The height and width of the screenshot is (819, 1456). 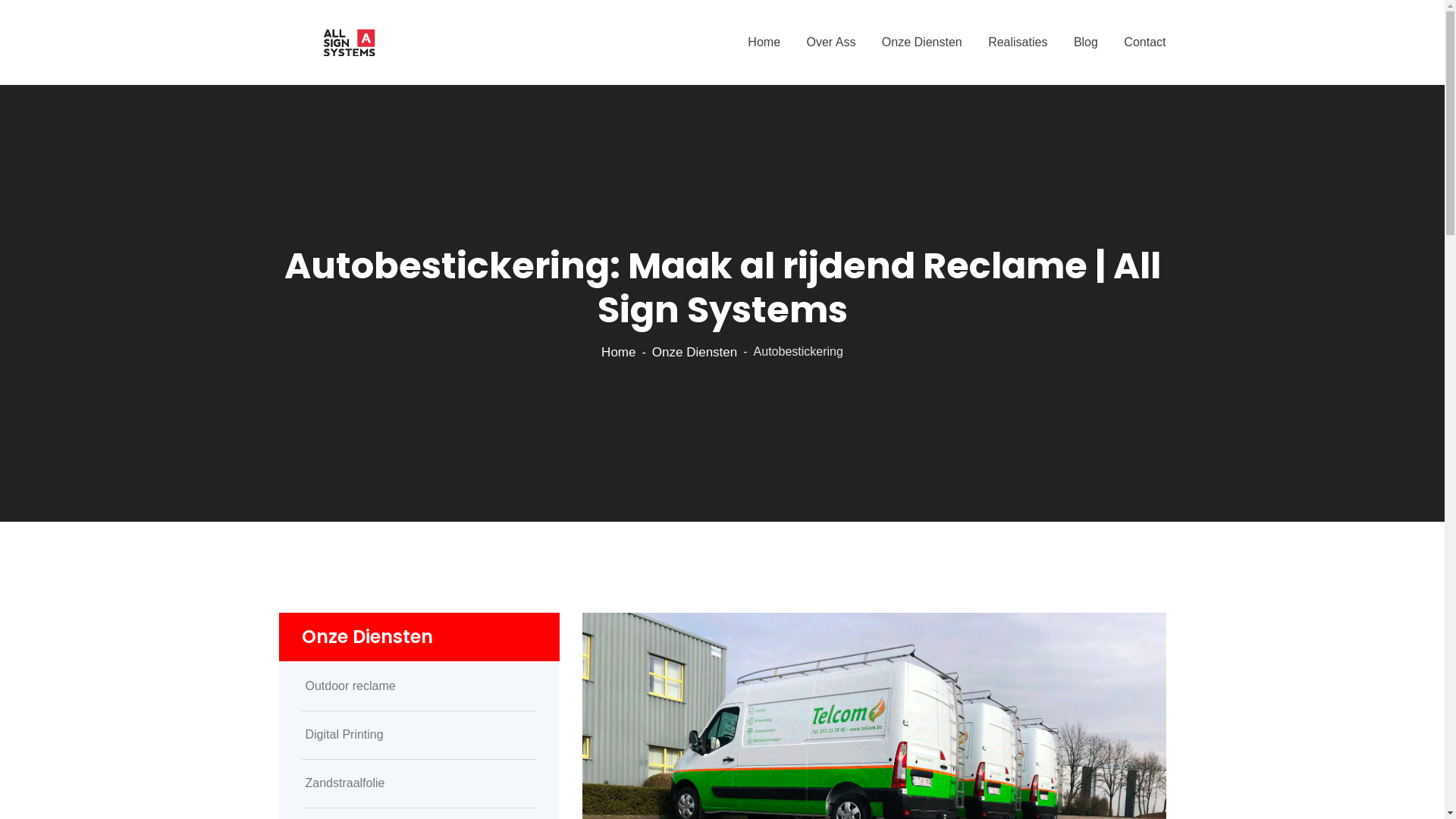 What do you see at coordinates (764, 42) in the screenshot?
I see `'Home'` at bounding box center [764, 42].